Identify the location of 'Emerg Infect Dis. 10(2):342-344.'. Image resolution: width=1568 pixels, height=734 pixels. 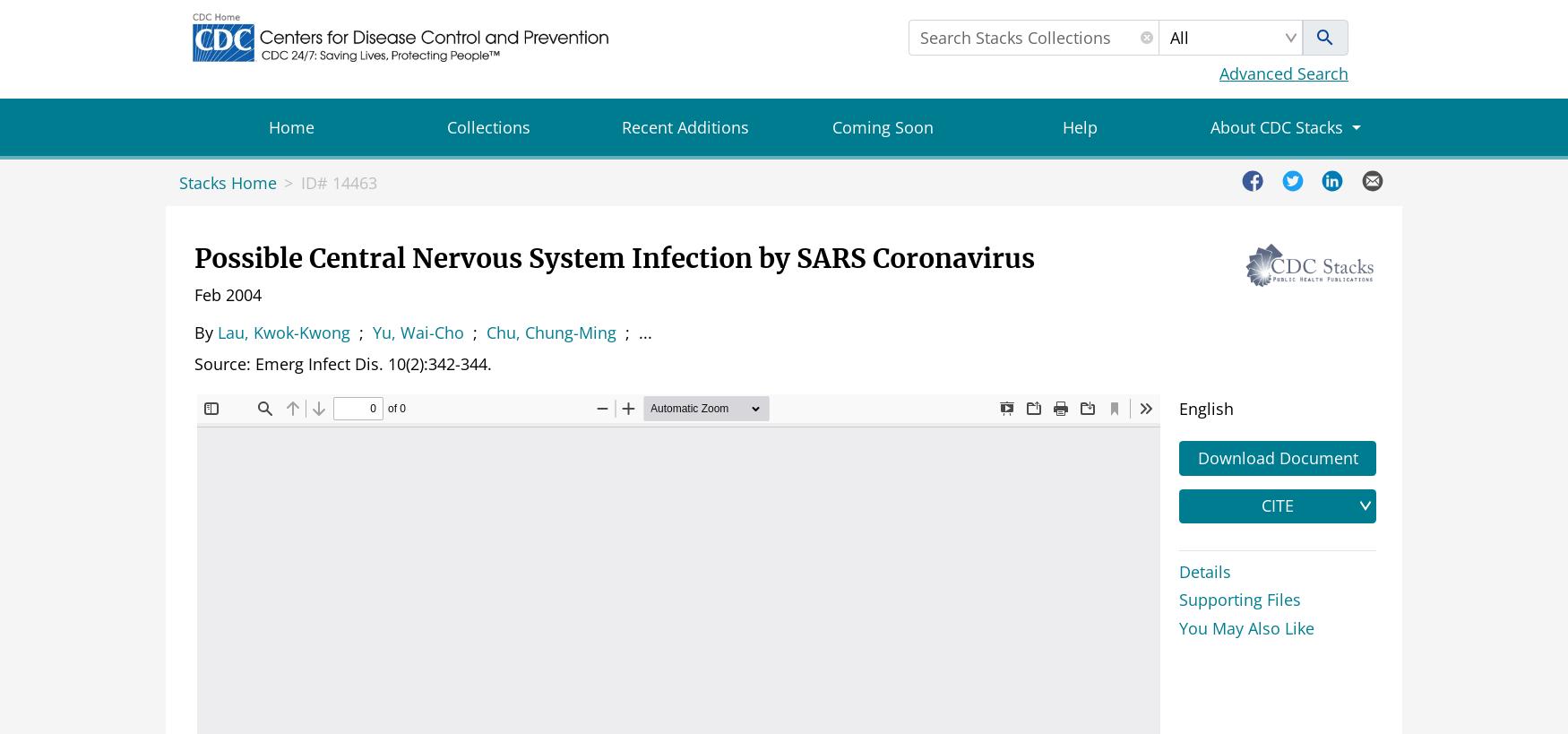
(254, 362).